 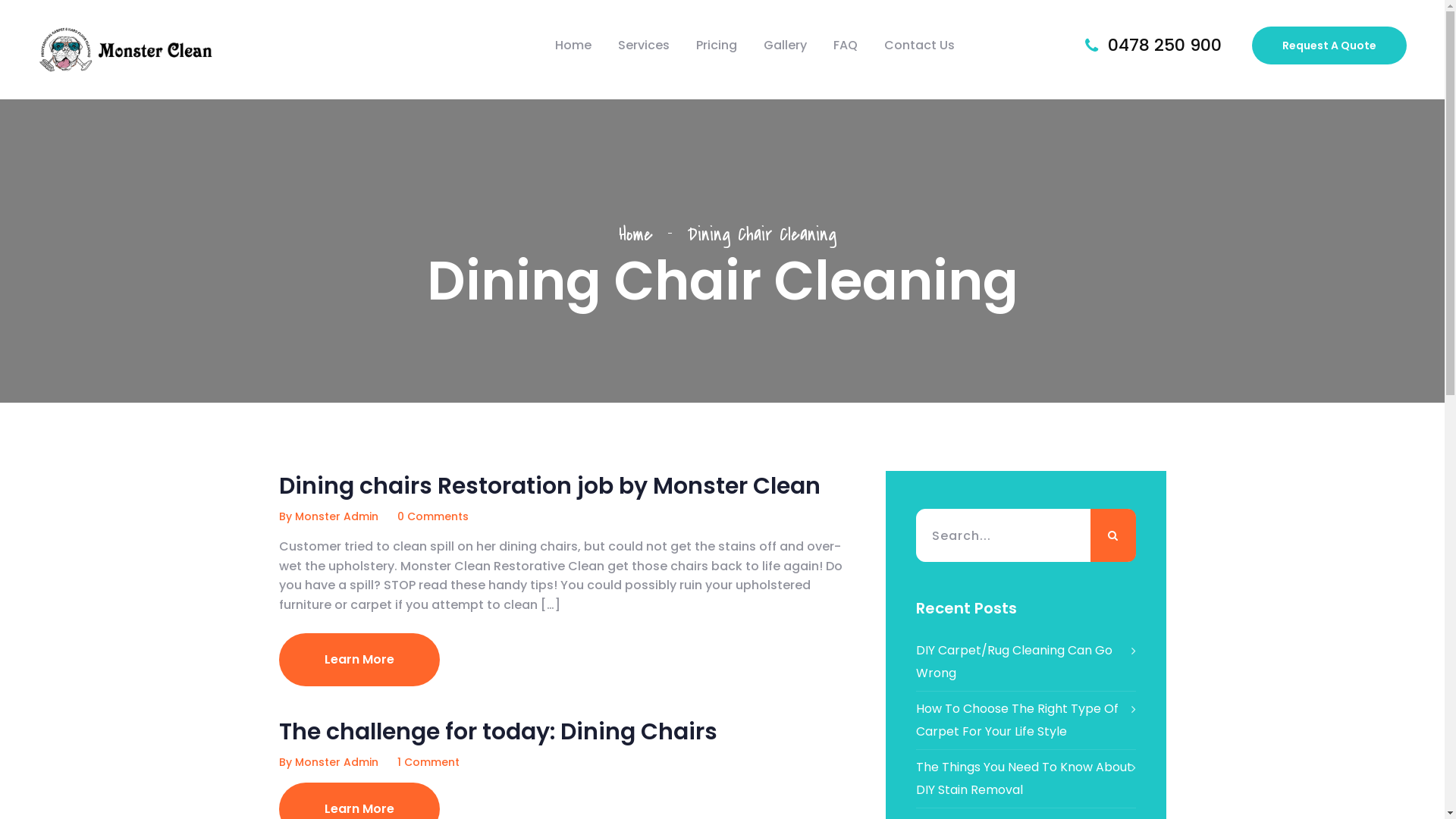 I want to click on 'The challenge for today: Dining Chairs', so click(x=498, y=730).